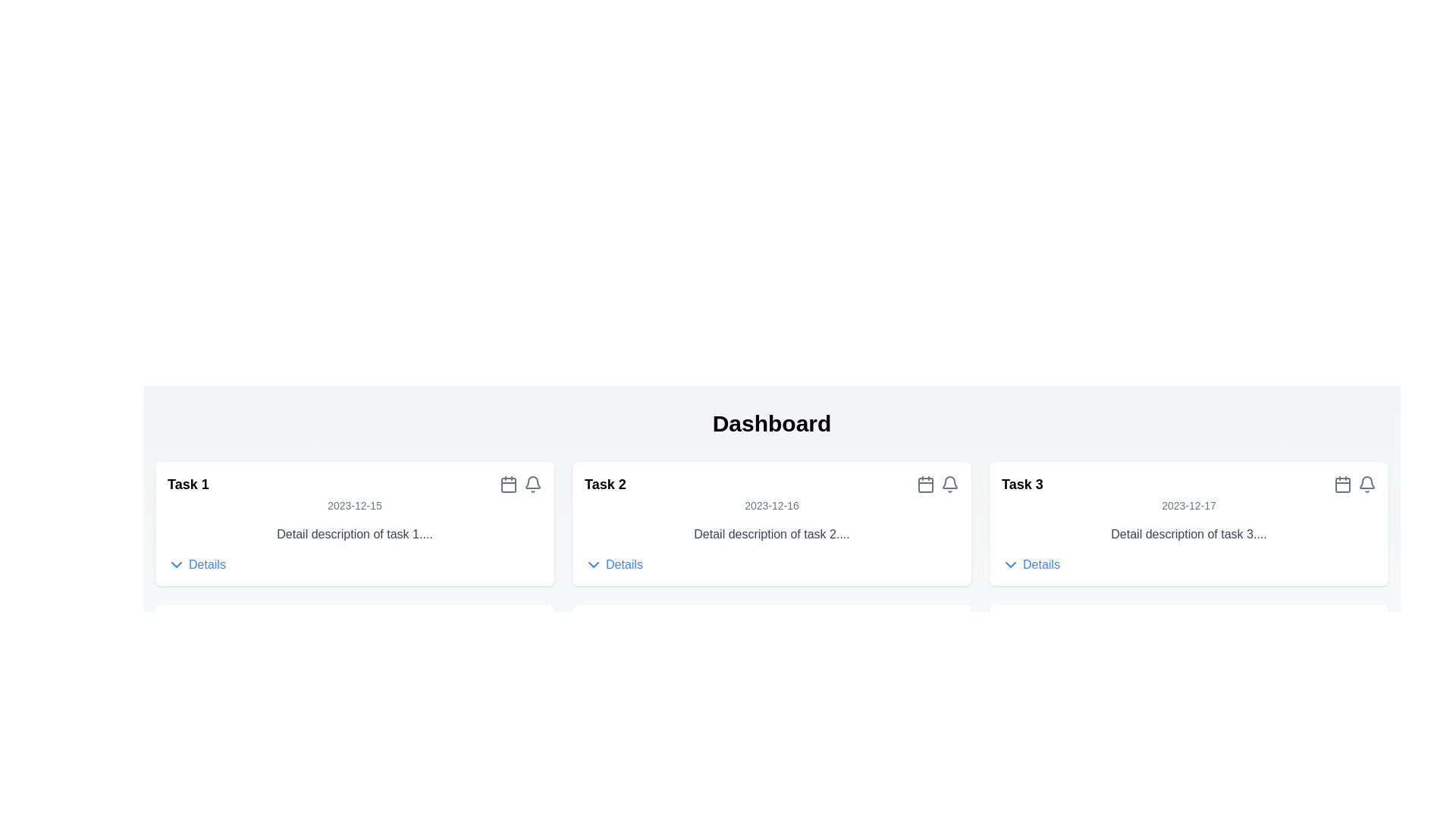 The height and width of the screenshot is (819, 1456). What do you see at coordinates (1011, 564) in the screenshot?
I see `the downward chevron SVG icon located at the bottom-right of the 'Task 3' card` at bounding box center [1011, 564].